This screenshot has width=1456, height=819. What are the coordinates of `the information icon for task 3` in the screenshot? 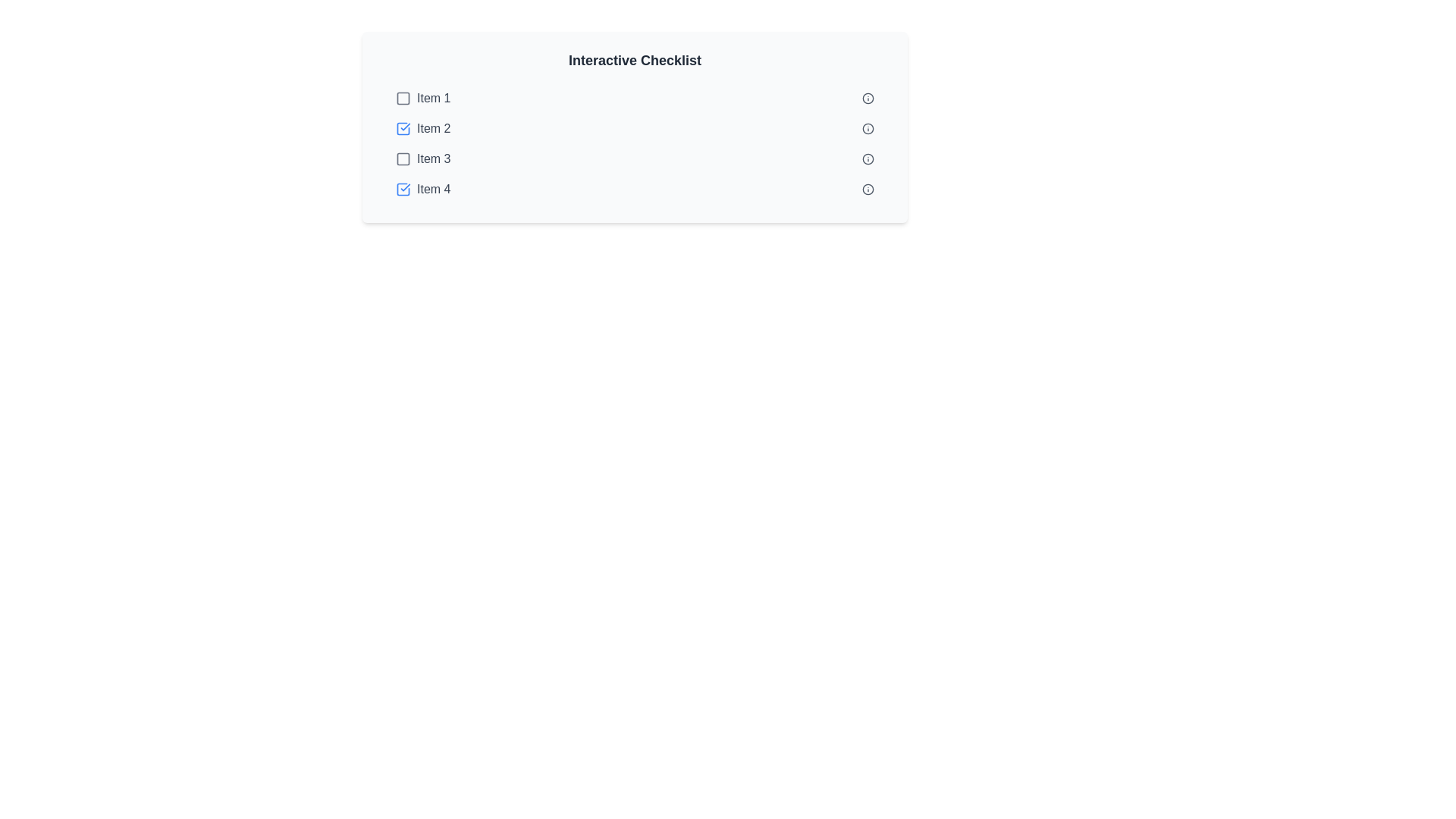 It's located at (868, 158).